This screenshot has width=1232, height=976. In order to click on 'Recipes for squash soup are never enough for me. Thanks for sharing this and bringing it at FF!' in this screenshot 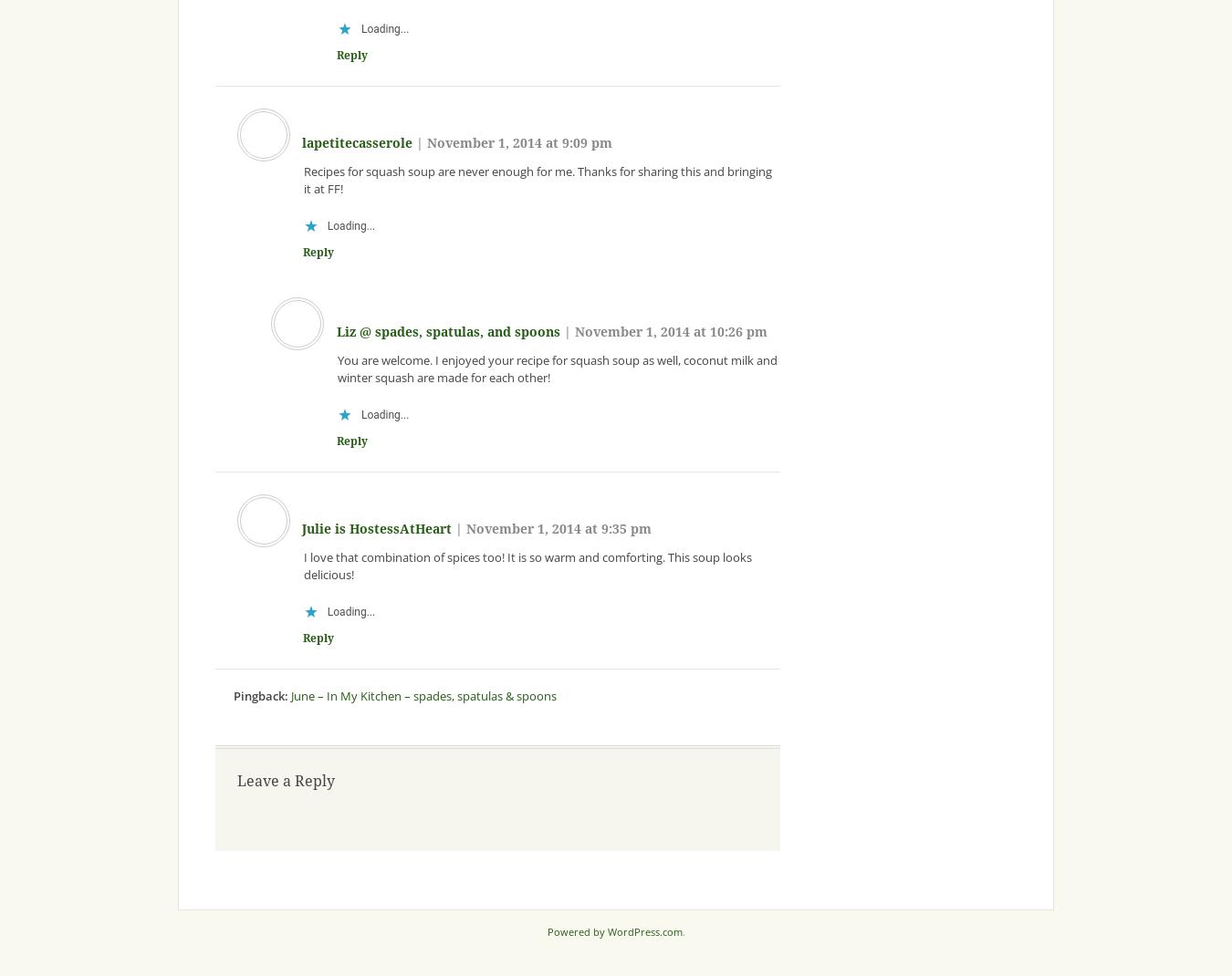, I will do `click(537, 178)`.